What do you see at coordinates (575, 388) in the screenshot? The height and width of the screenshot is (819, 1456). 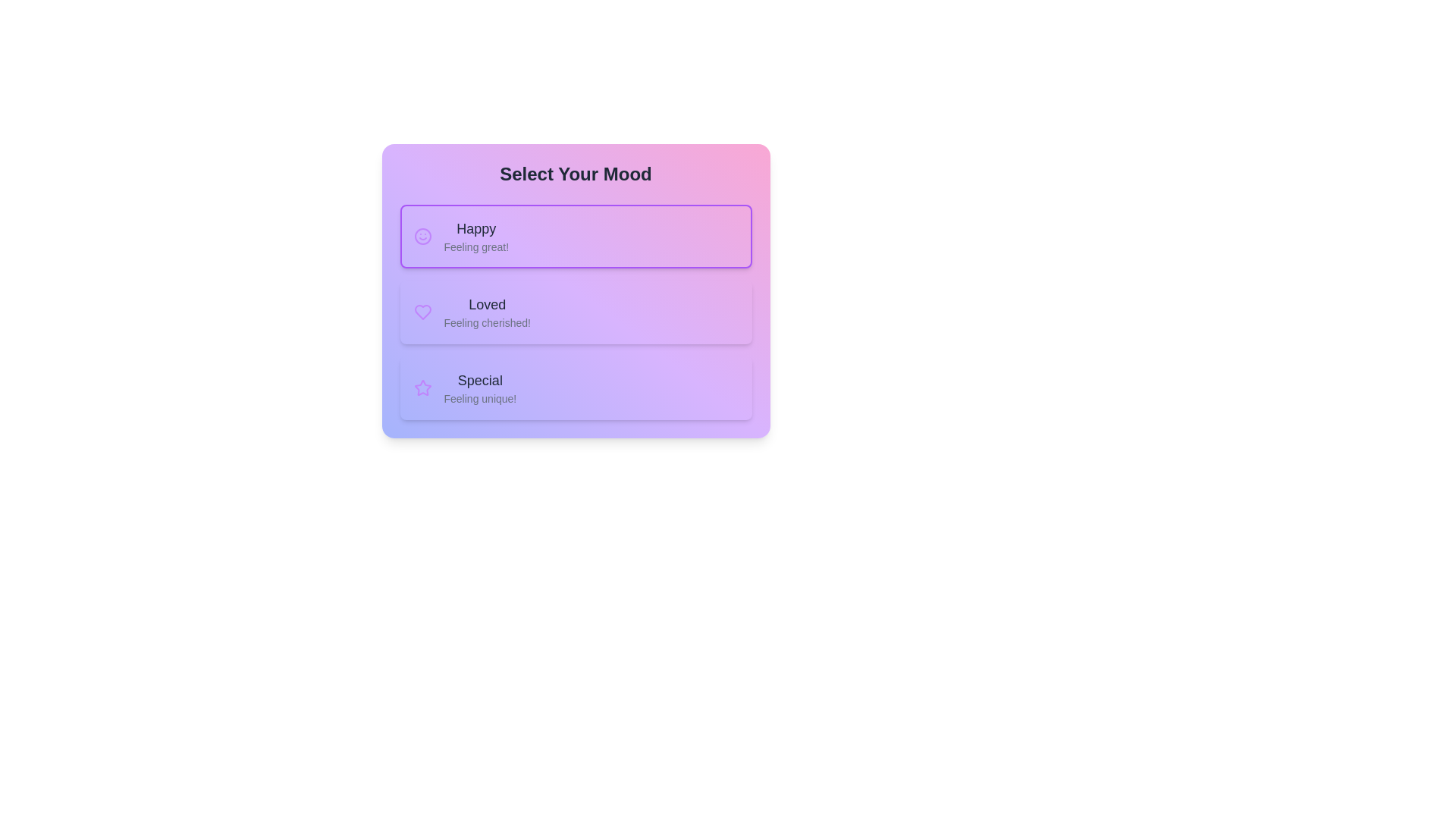 I see `the 'Special' mood card, which is the third card in a vertical stack layout, positioned below the 'Loved' card` at bounding box center [575, 388].